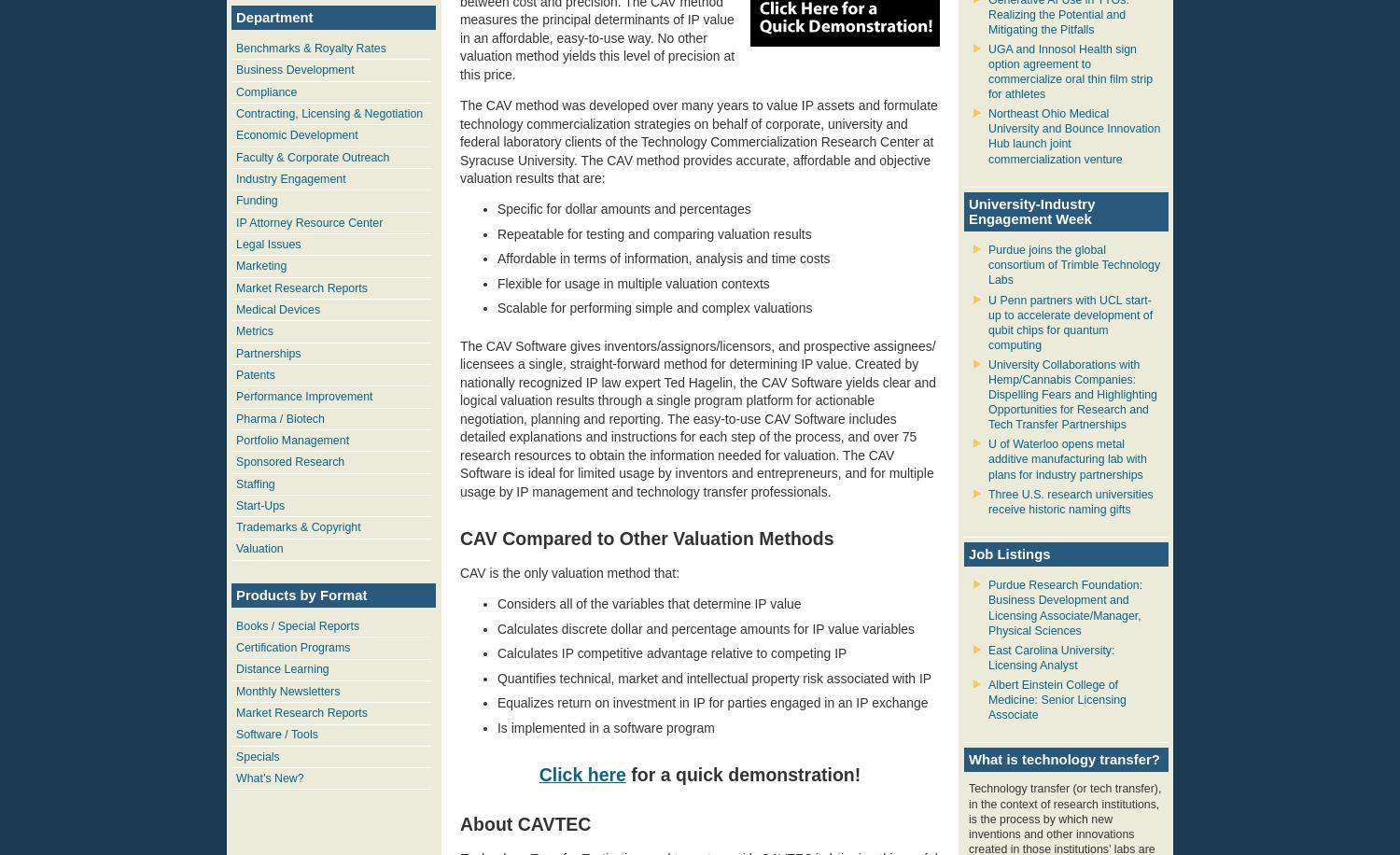  What do you see at coordinates (706, 626) in the screenshot?
I see `'Calculates discrete dollar and percentage amounts for IP value variables'` at bounding box center [706, 626].